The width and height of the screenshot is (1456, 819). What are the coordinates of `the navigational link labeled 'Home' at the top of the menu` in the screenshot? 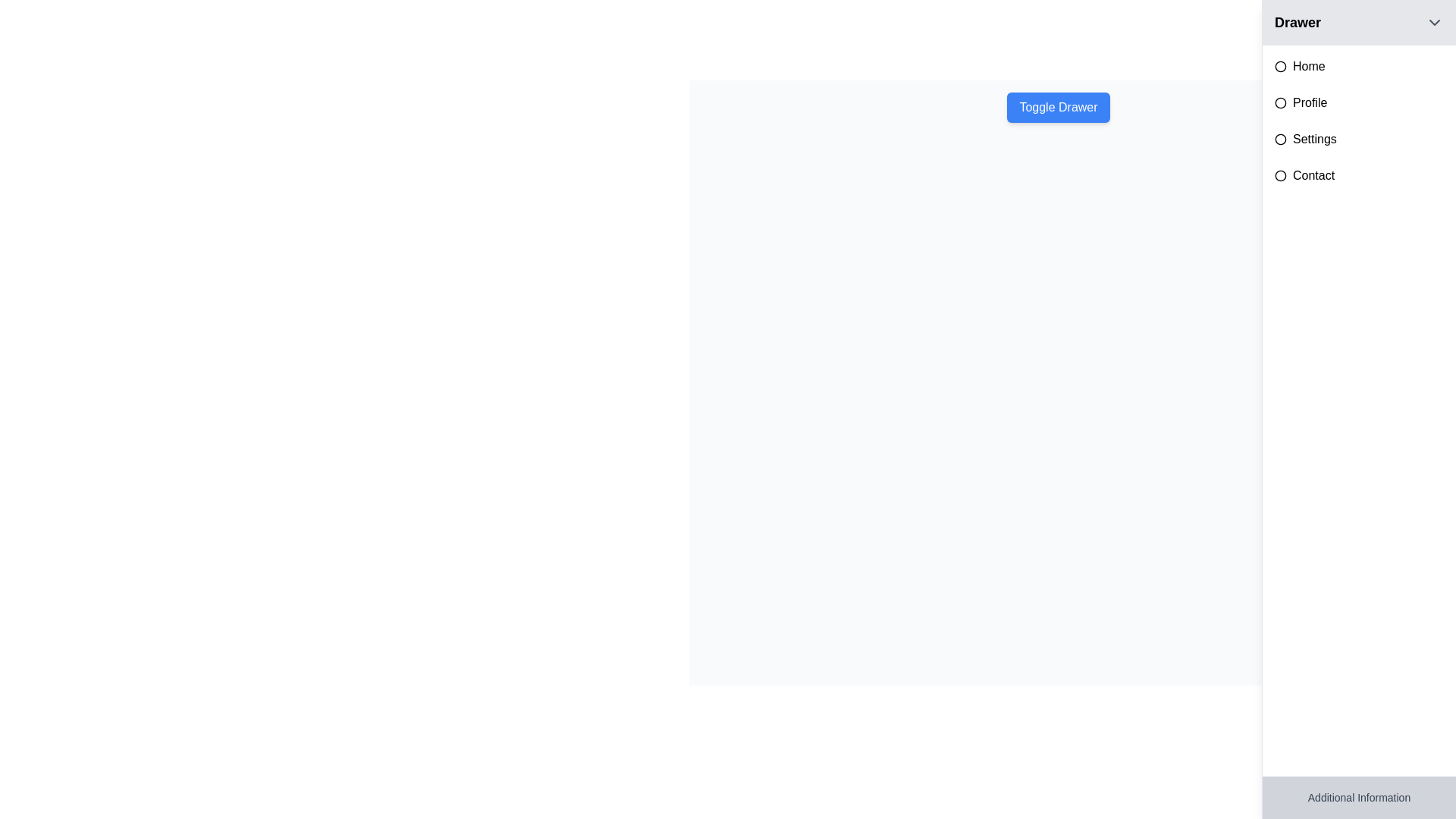 It's located at (1359, 66).